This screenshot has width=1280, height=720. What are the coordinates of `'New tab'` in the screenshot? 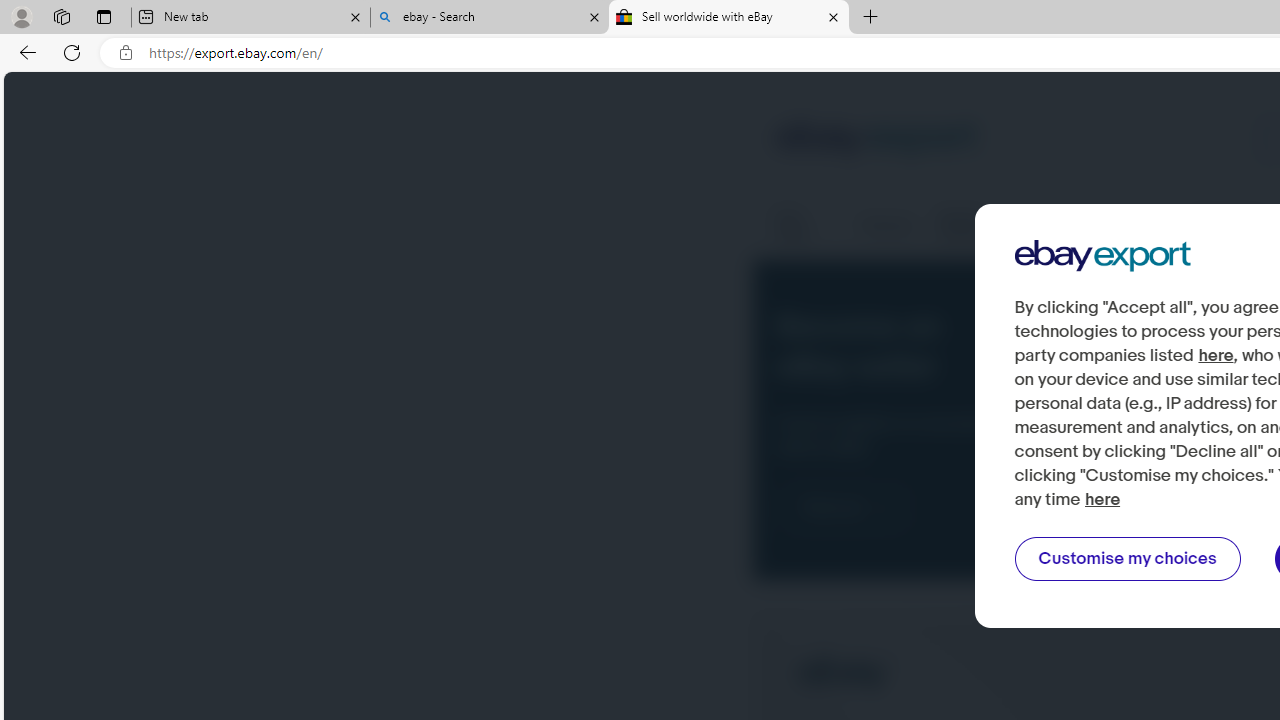 It's located at (249, 17).